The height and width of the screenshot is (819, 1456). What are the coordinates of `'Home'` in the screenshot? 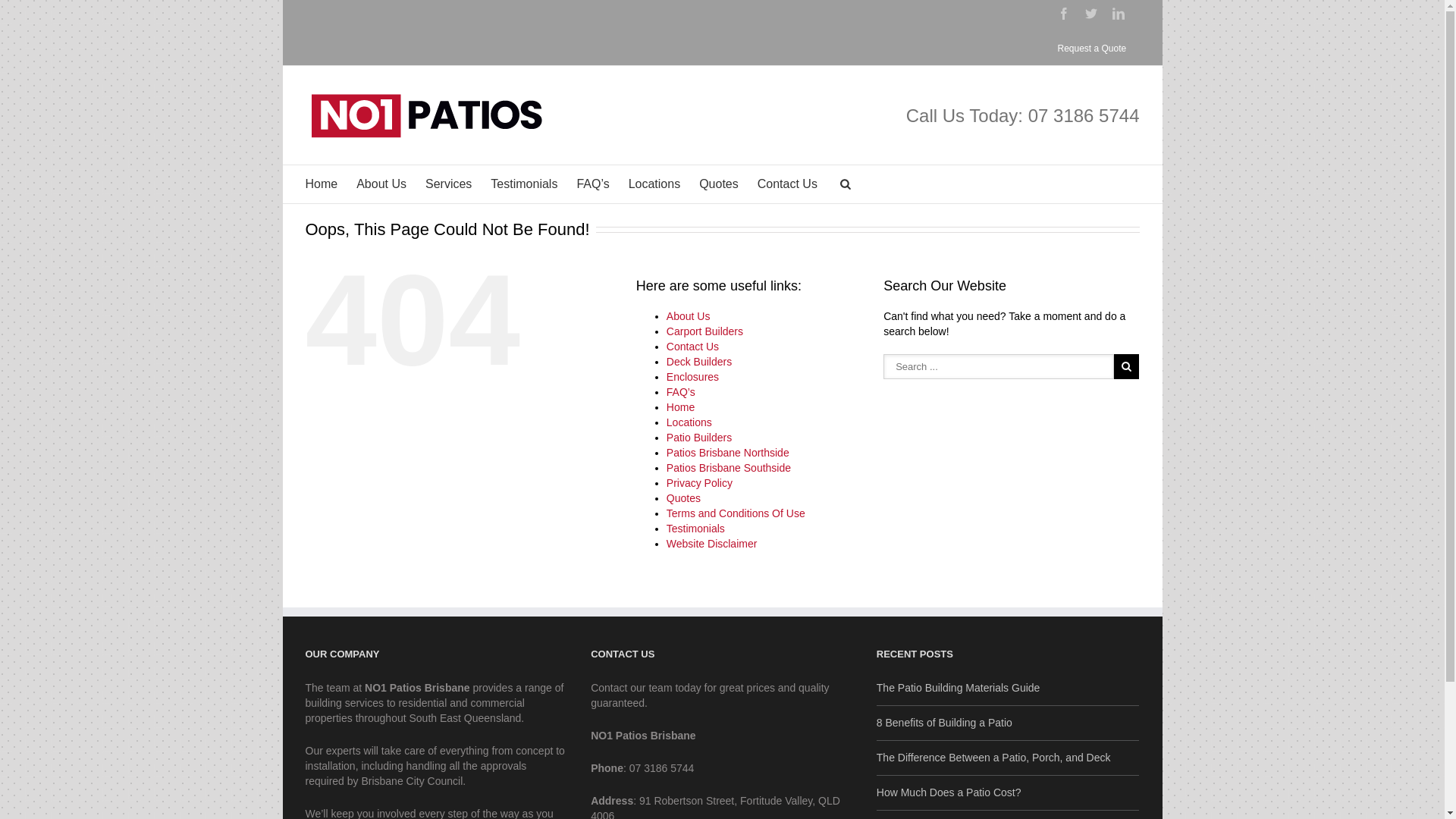 It's located at (679, 406).